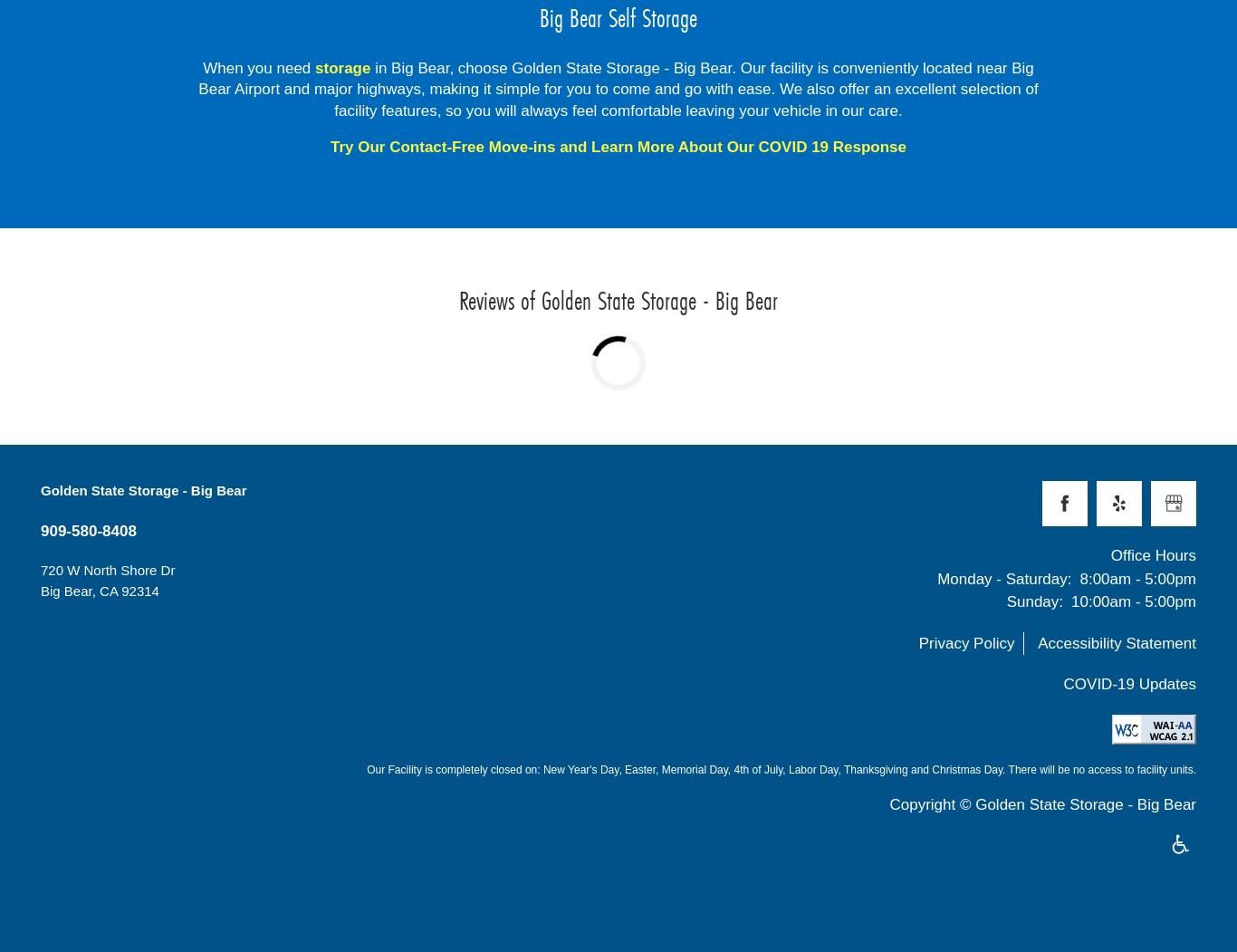 The width and height of the screenshot is (1237, 952). What do you see at coordinates (1133, 601) in the screenshot?
I see `'10:00am - 5:00pm'` at bounding box center [1133, 601].